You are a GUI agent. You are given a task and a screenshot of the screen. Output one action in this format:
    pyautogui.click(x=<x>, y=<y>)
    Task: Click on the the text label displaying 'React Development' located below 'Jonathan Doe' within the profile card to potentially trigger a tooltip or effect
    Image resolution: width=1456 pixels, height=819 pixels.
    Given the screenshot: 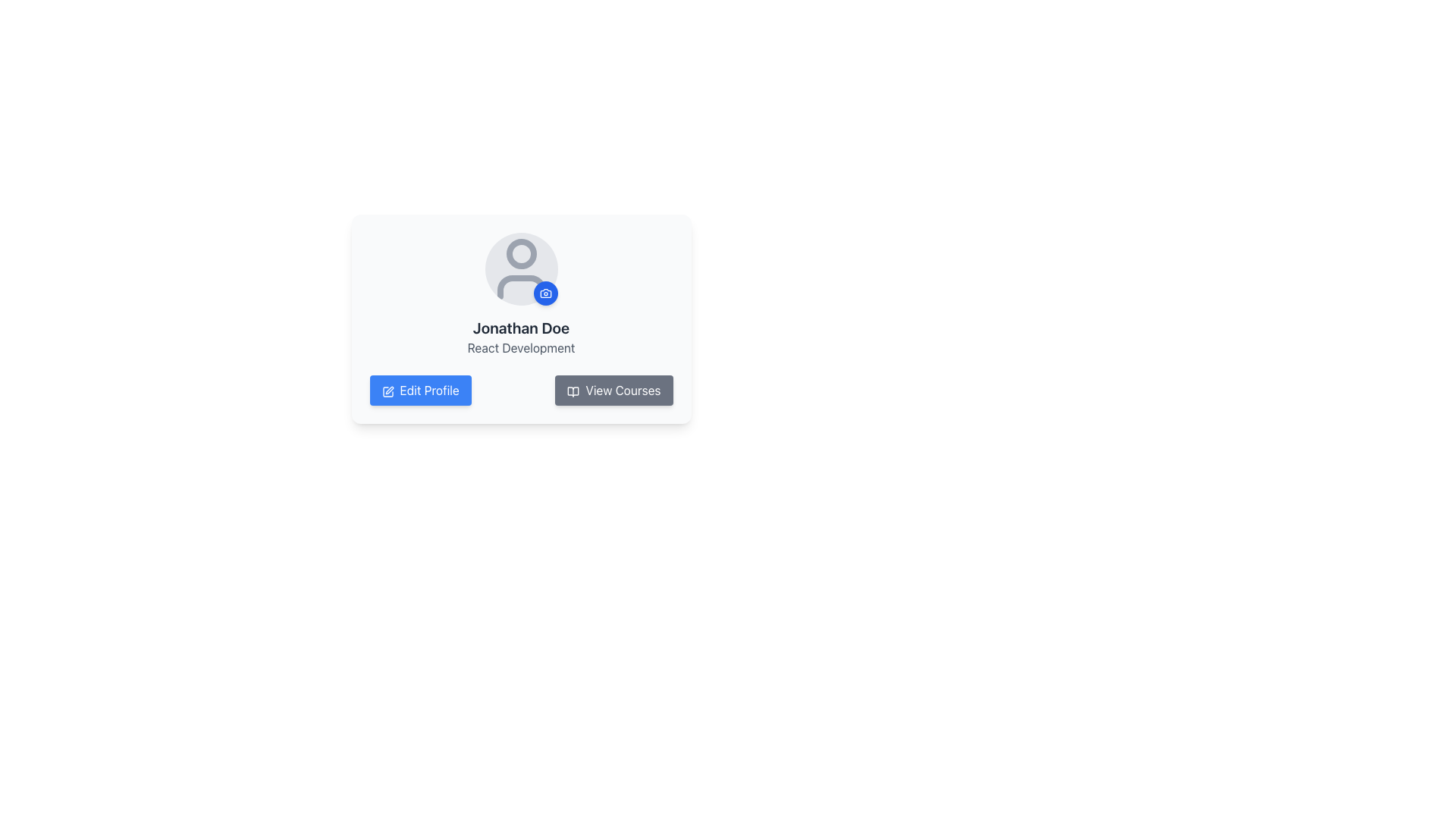 What is the action you would take?
    pyautogui.click(x=521, y=348)
    